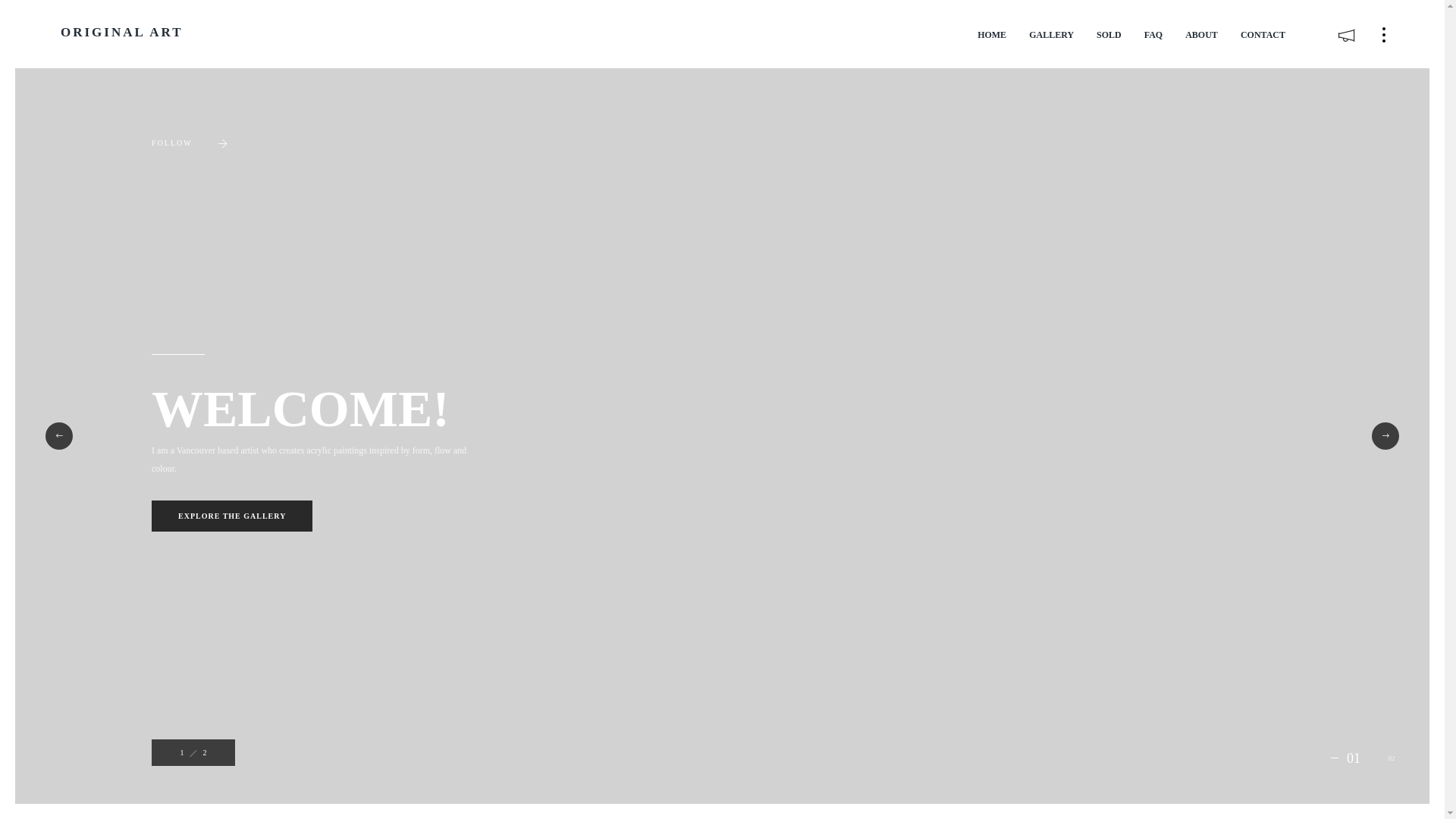  What do you see at coordinates (231, 515) in the screenshot?
I see `'EXPLORE THE GALLERY'` at bounding box center [231, 515].